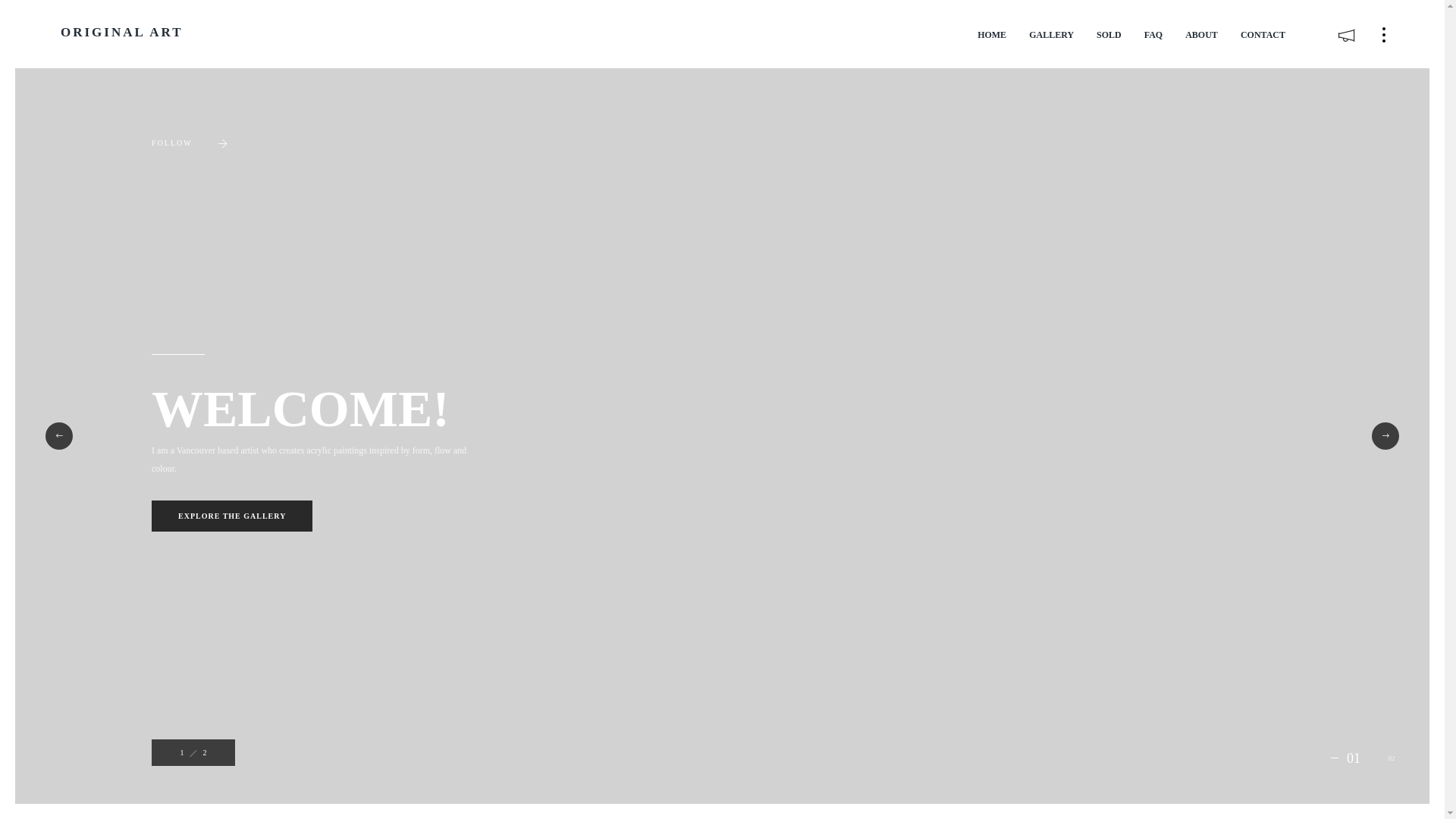  What do you see at coordinates (231, 515) in the screenshot?
I see `'EXPLORE THE GALLERY'` at bounding box center [231, 515].